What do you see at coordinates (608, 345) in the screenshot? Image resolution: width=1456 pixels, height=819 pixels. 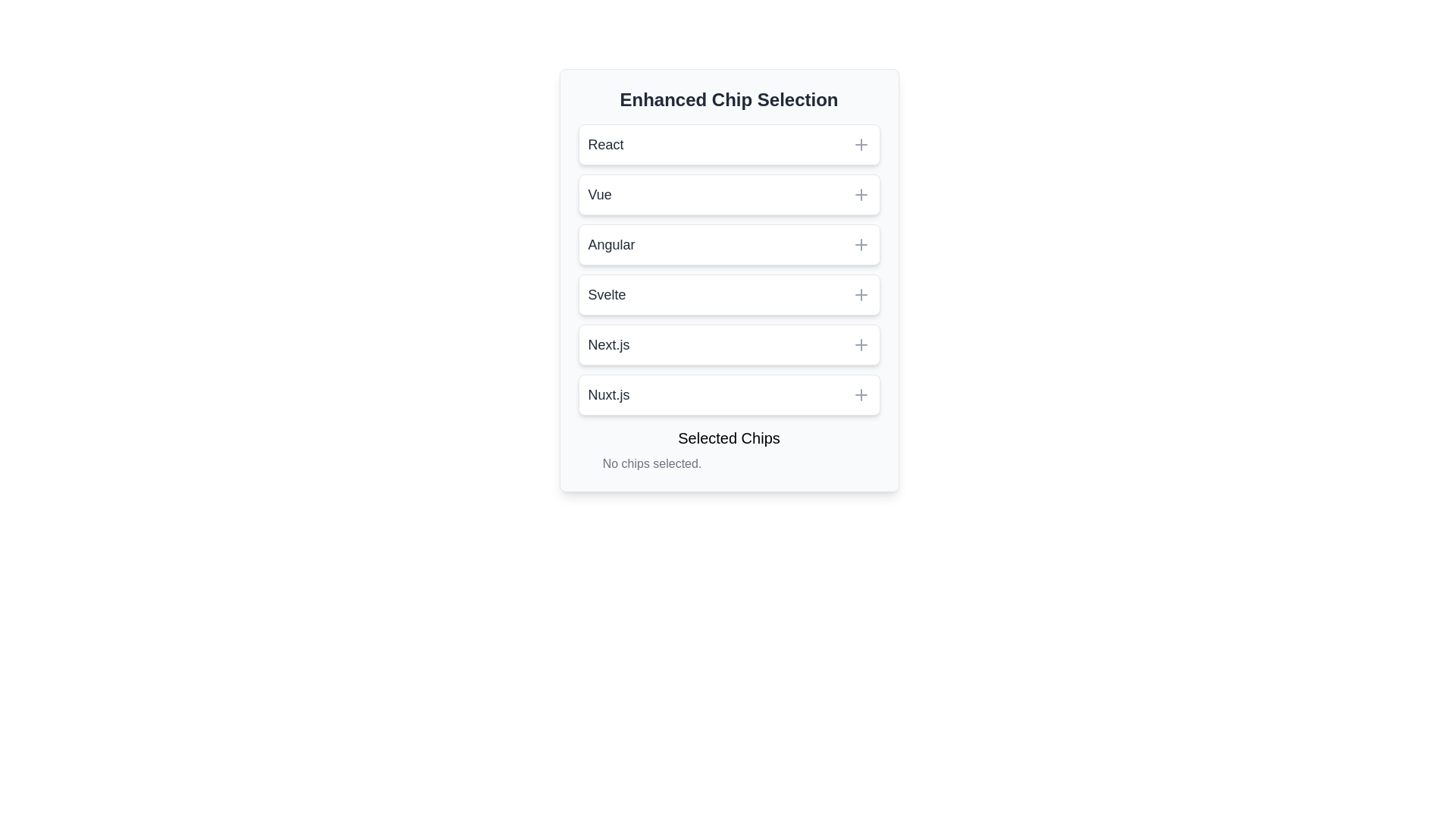 I see `text label that indicates an option related to 'Next.js', positioned in the center-left of the clickable card-like component` at bounding box center [608, 345].